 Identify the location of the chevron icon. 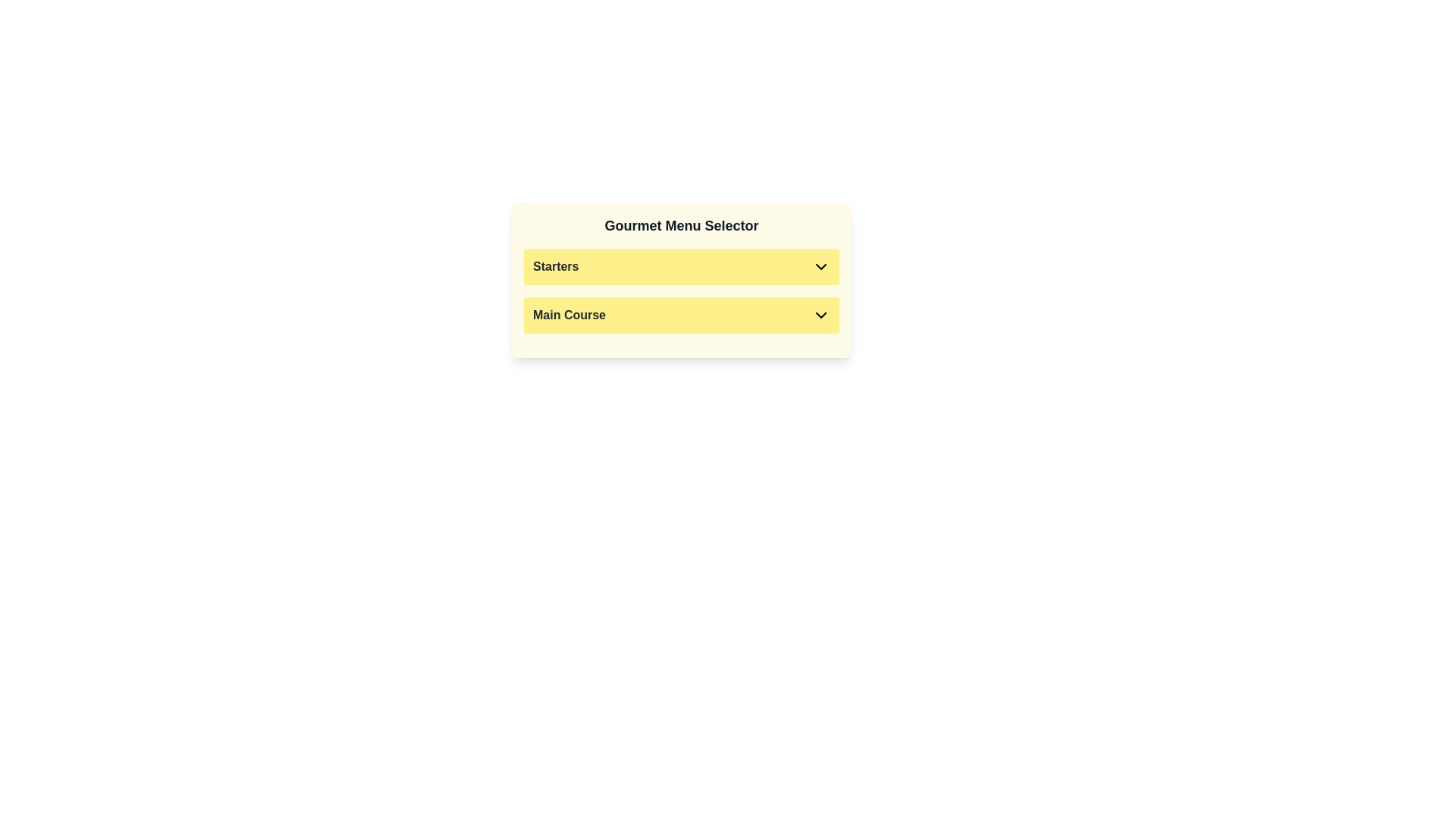
(680, 281).